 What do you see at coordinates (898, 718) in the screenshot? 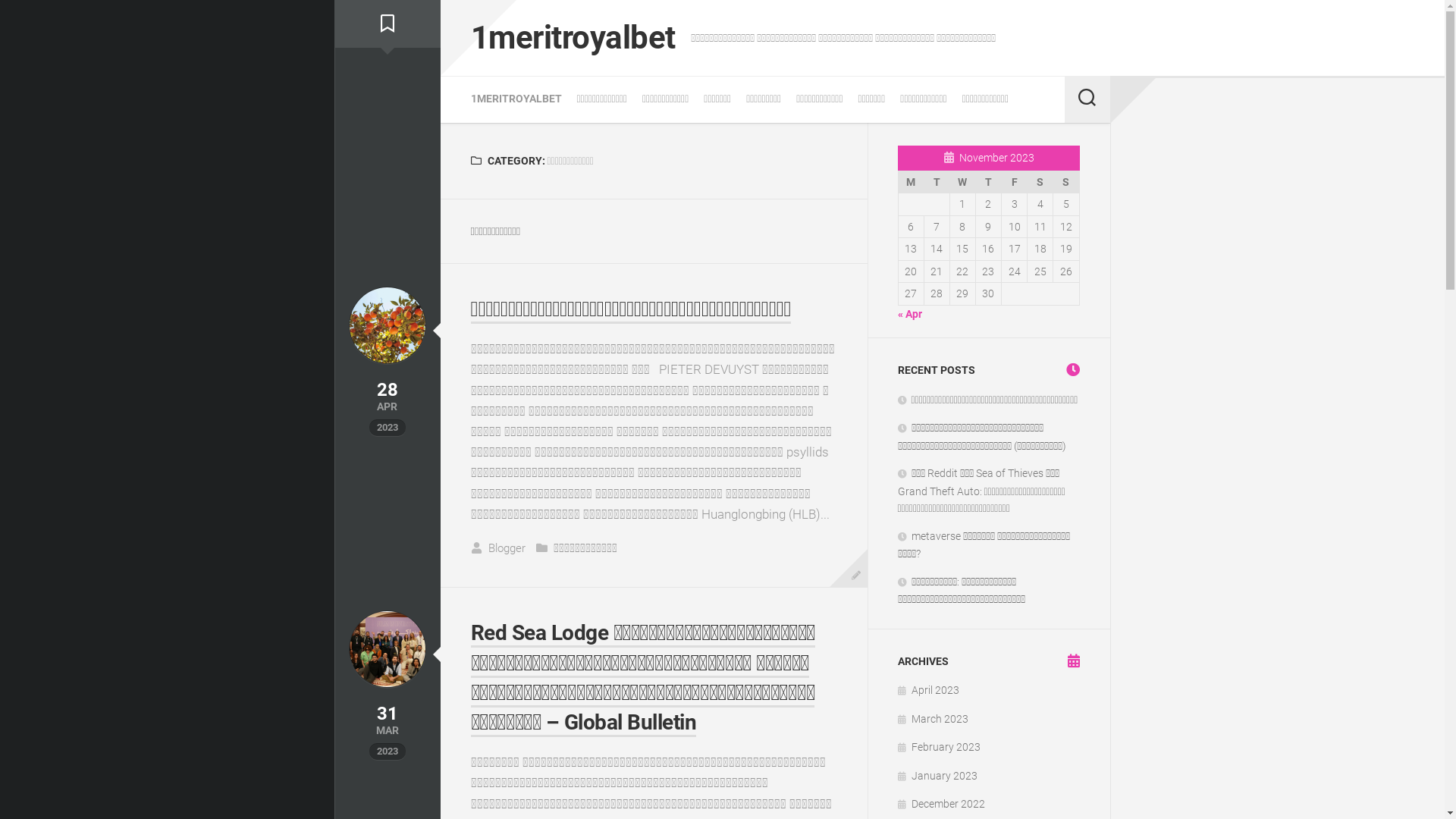
I see `'March 2023'` at bounding box center [898, 718].